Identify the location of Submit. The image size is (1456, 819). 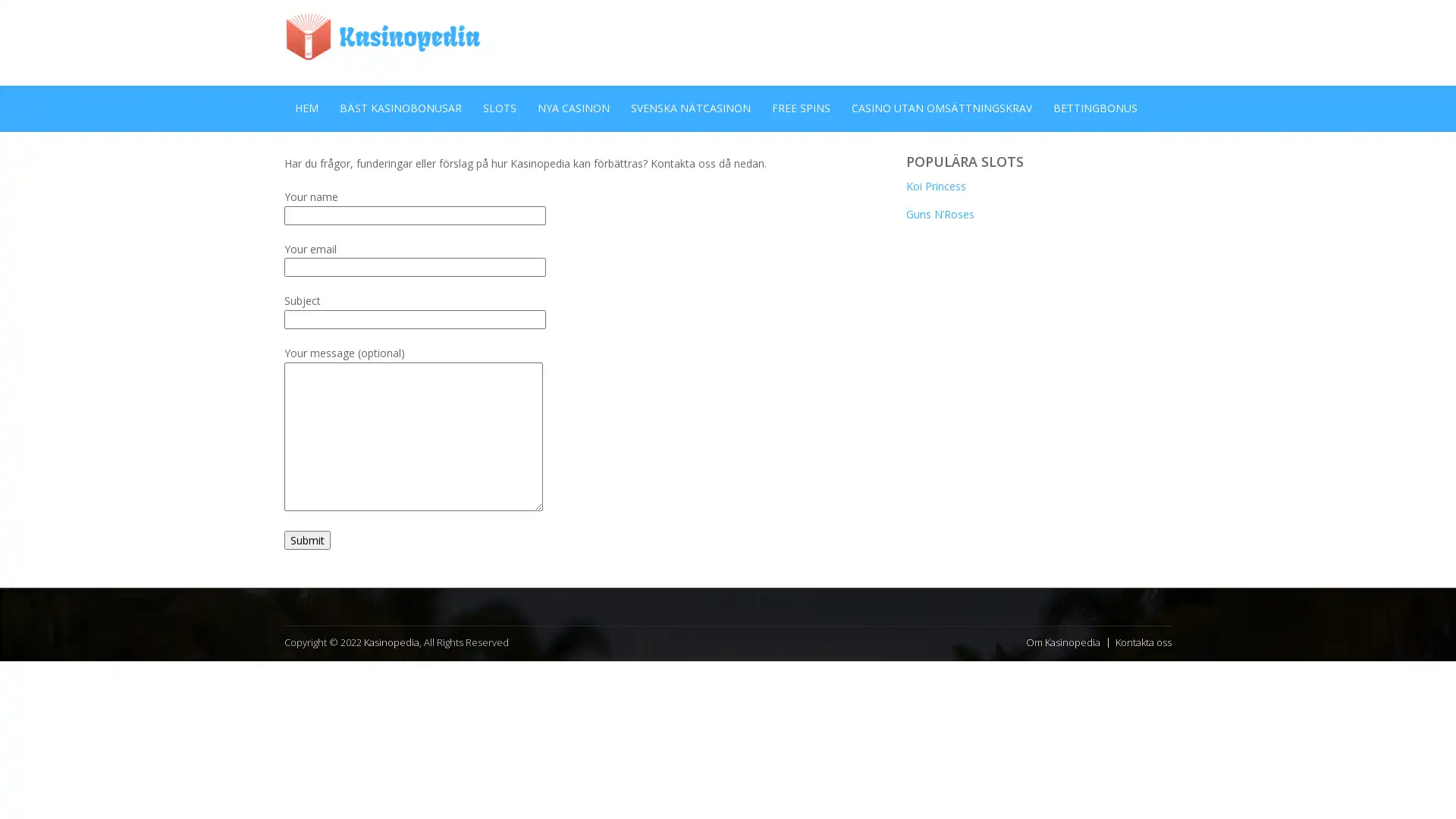
(306, 538).